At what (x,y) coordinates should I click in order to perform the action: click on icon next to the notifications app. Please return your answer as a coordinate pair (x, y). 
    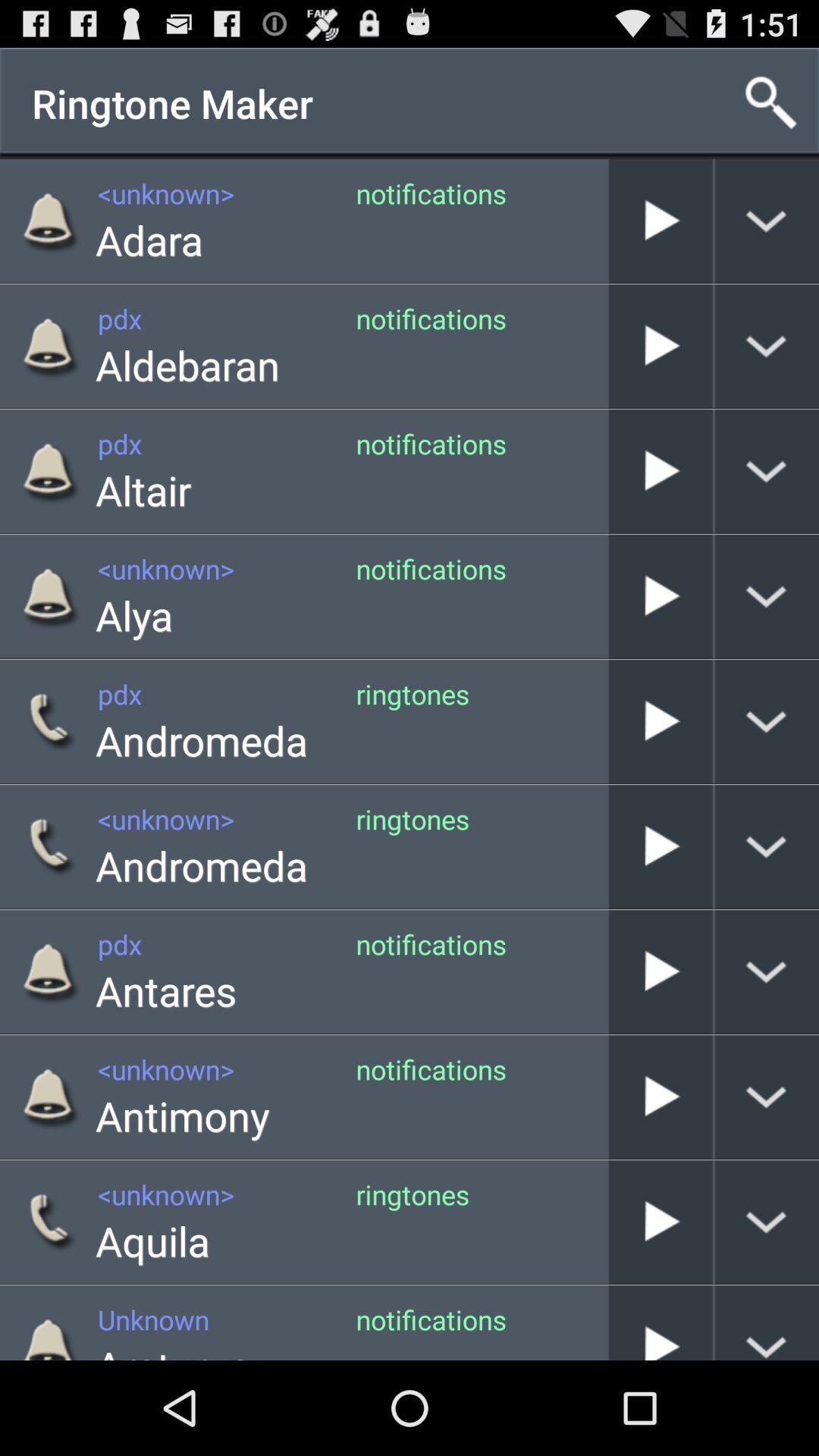
    Looking at the image, I should click on (149, 239).